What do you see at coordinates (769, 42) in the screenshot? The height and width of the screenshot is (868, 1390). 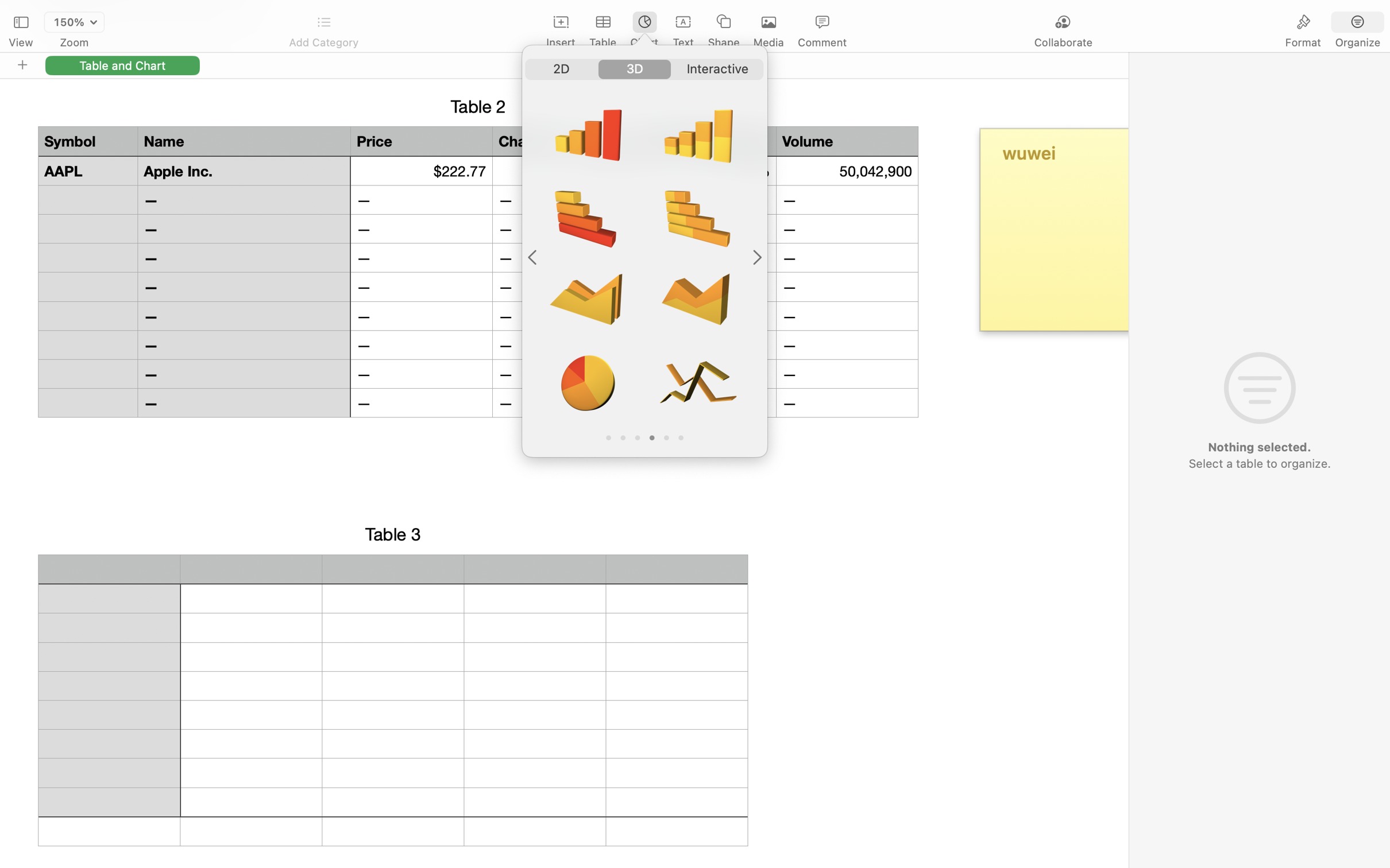 I see `'Media'` at bounding box center [769, 42].